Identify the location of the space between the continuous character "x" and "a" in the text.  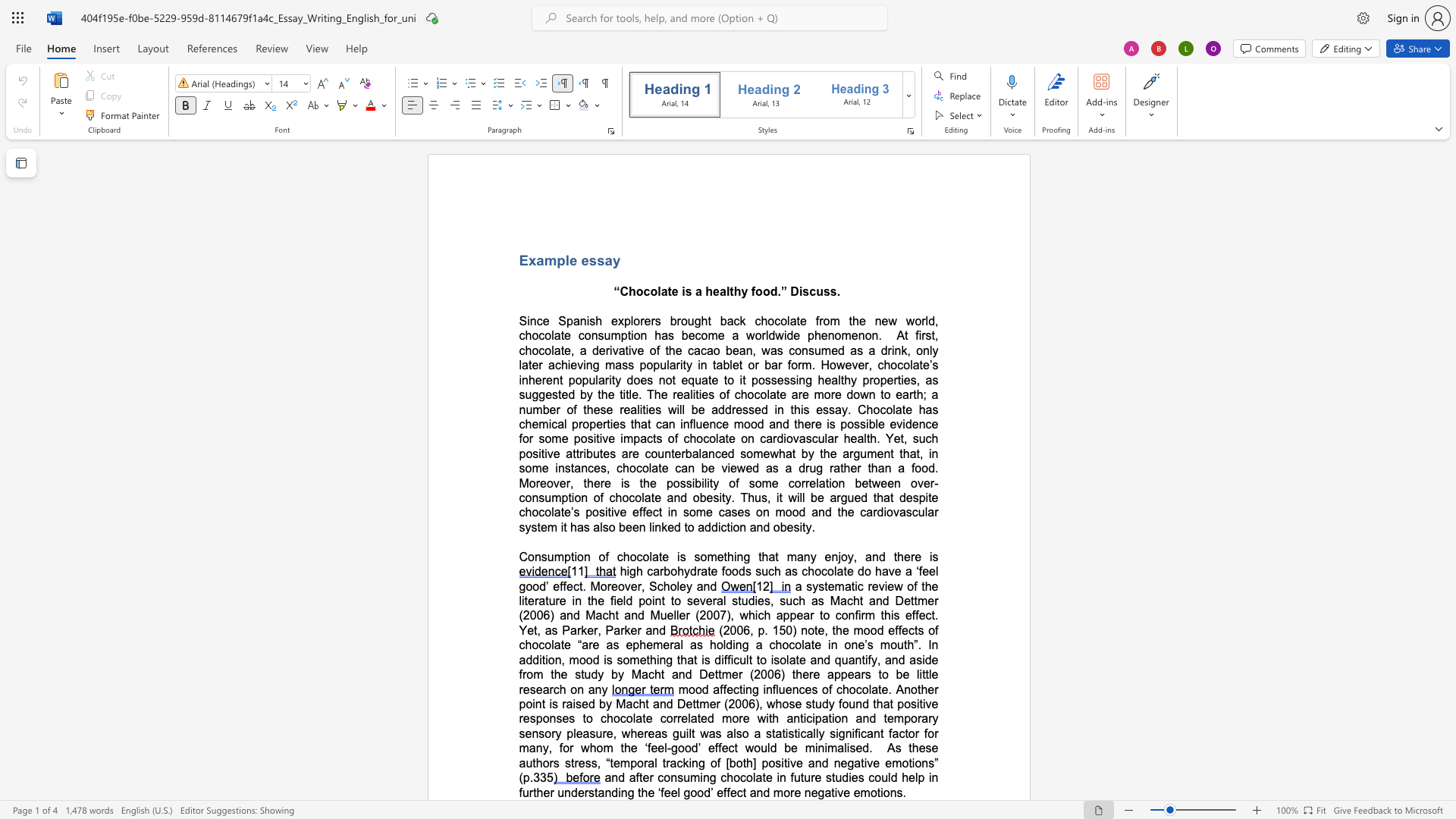
(536, 259).